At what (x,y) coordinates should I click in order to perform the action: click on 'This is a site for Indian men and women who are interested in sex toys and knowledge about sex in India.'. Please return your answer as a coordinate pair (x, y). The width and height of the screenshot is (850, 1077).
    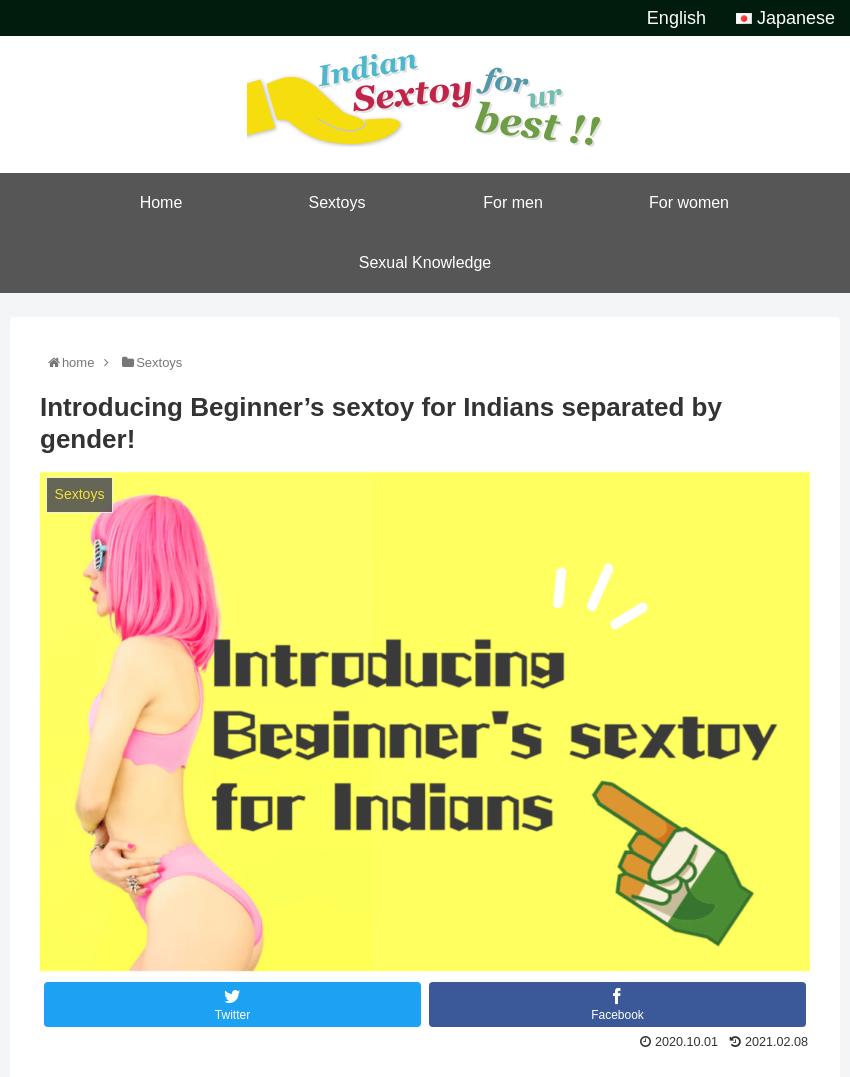
    Looking at the image, I should click on (424, 19).